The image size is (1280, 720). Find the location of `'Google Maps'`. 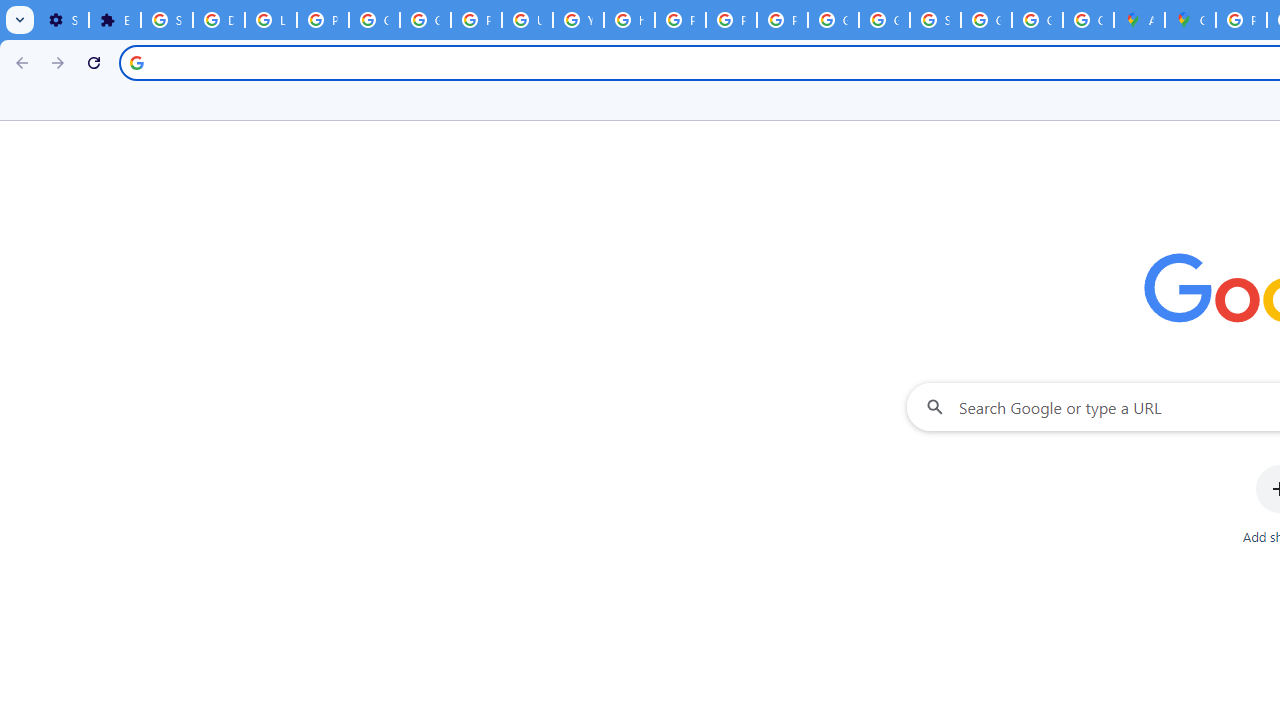

'Google Maps' is located at coordinates (1190, 20).